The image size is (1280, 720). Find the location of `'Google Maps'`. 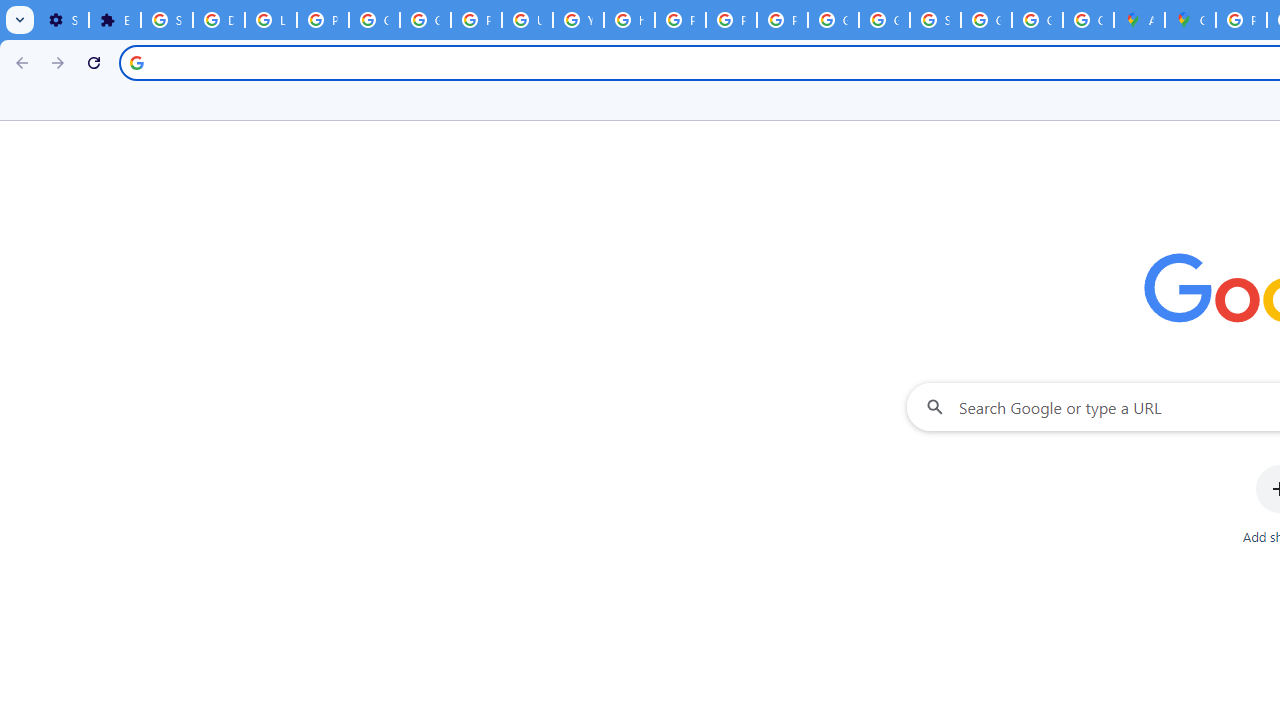

'Google Maps' is located at coordinates (1190, 20).